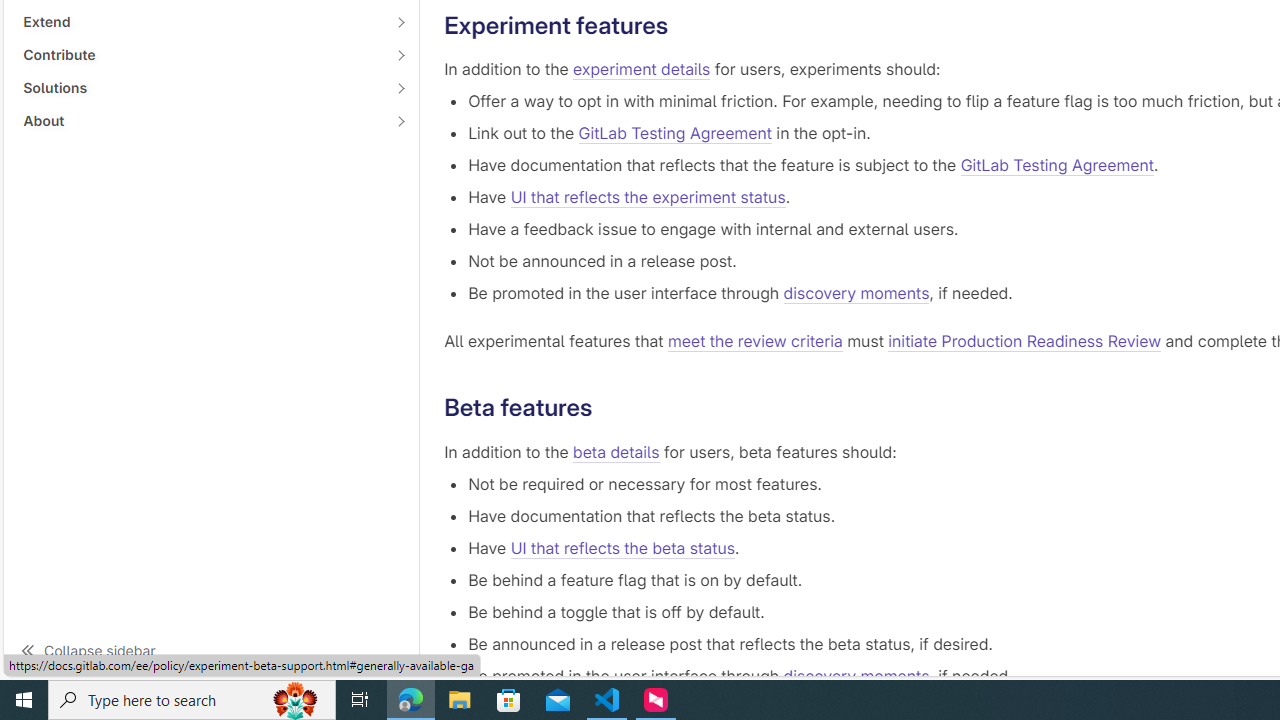 The height and width of the screenshot is (720, 1280). What do you see at coordinates (754, 341) in the screenshot?
I see `'meet the review criteria'` at bounding box center [754, 341].